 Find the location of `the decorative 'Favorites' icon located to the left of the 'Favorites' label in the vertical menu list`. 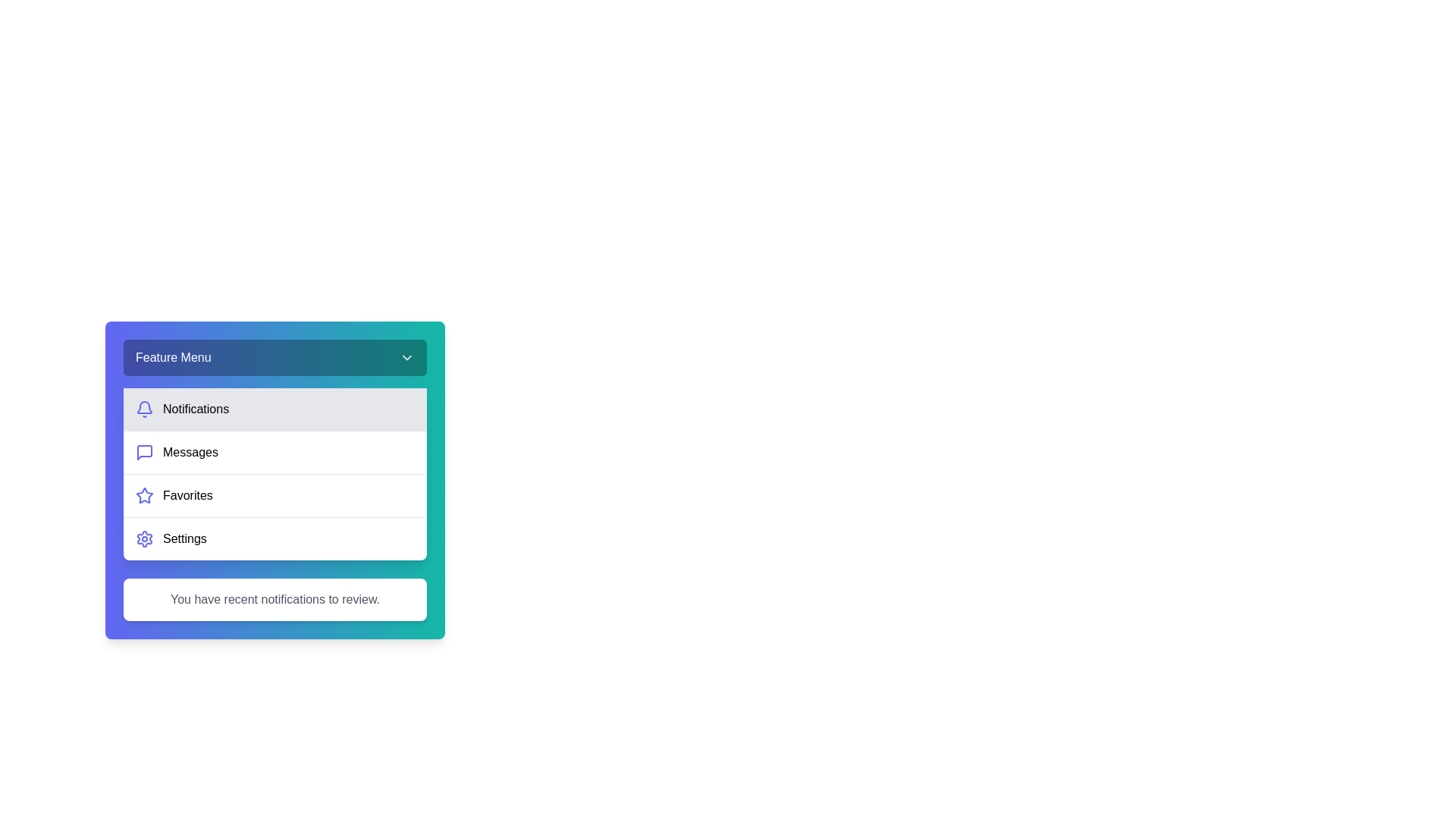

the decorative 'Favorites' icon located to the left of the 'Favorites' label in the vertical menu list is located at coordinates (145, 495).